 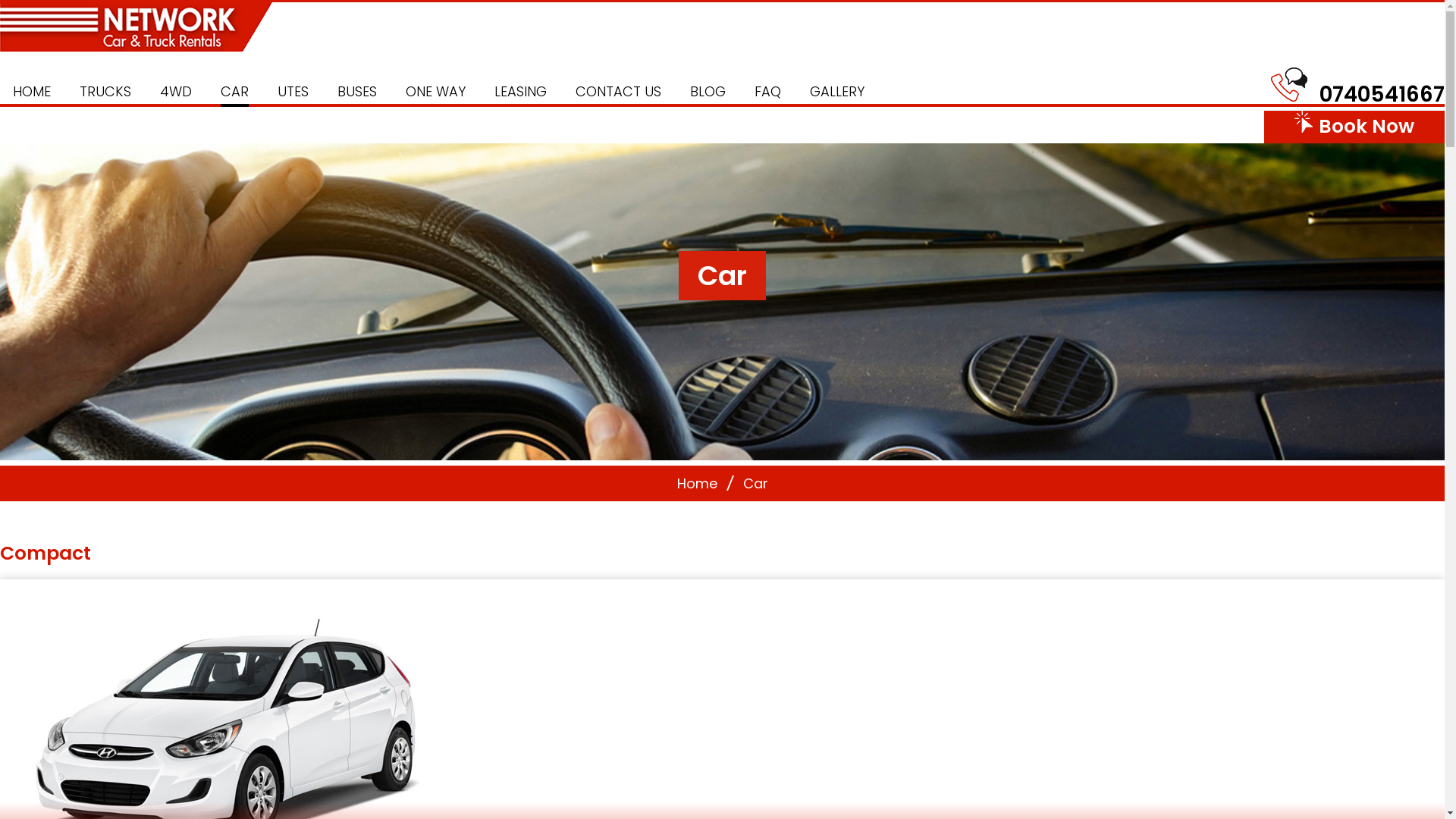 I want to click on 'UTES', so click(x=293, y=91).